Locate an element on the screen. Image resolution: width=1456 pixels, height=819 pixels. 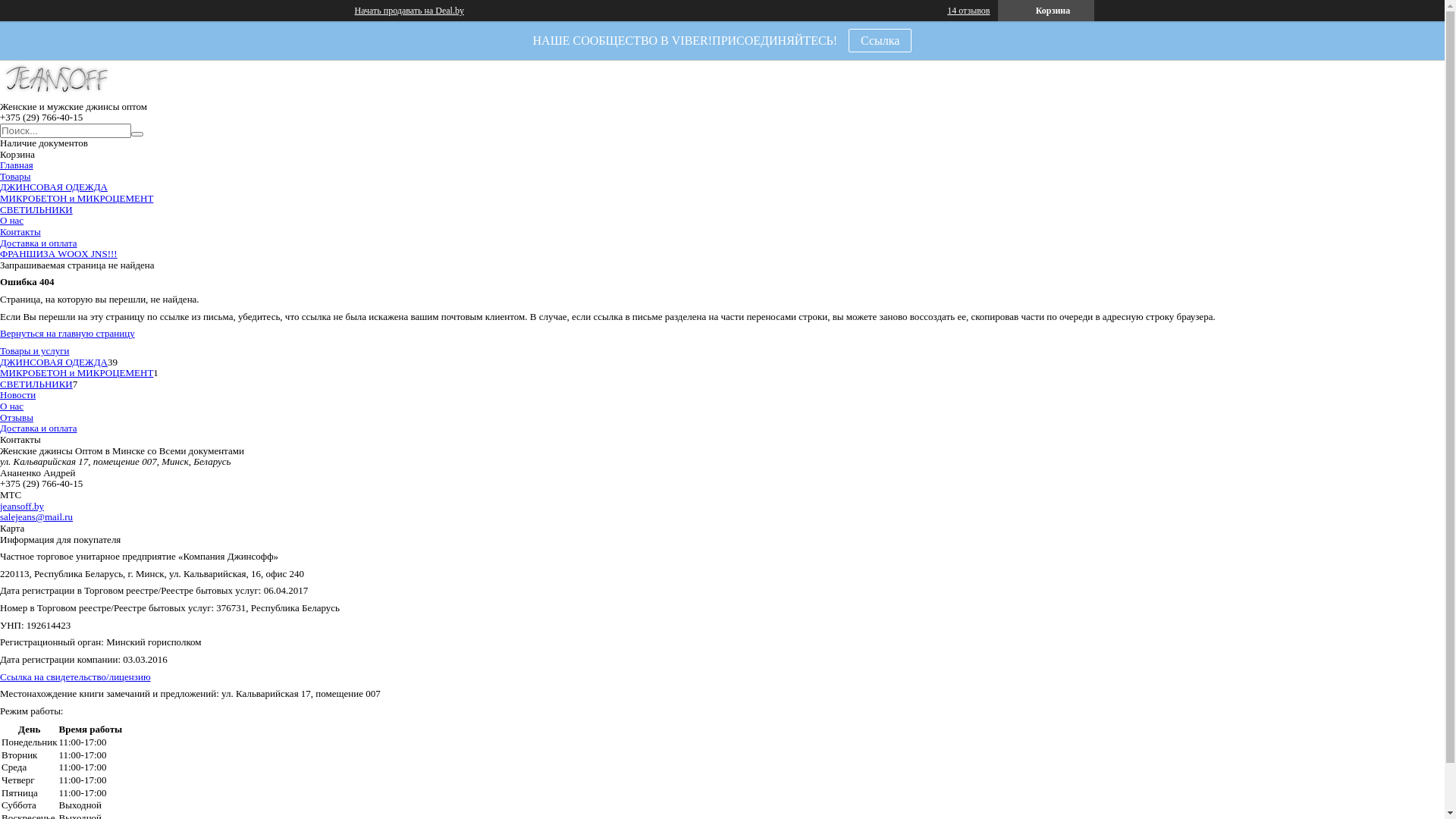
'jeansoff.by' is located at coordinates (21, 506).